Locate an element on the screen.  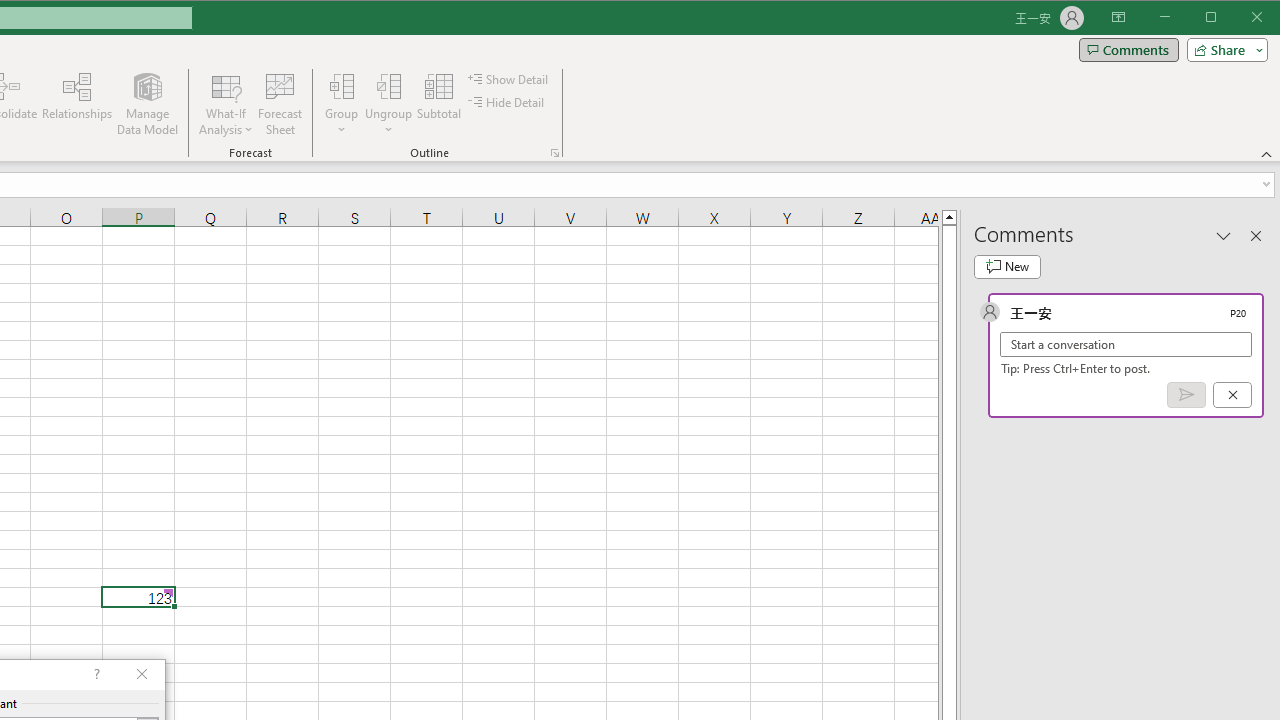
'Manage Data Model' is located at coordinates (146, 104).